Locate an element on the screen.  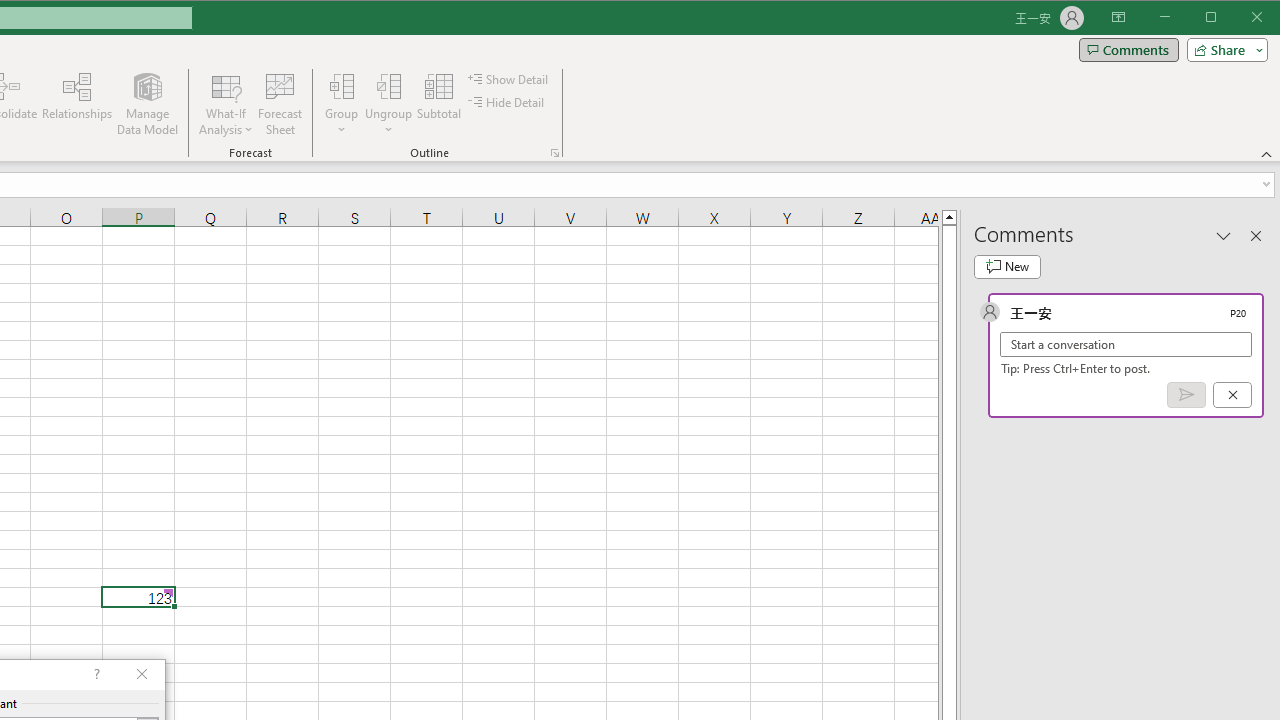
'Manage Data Model' is located at coordinates (146, 104).